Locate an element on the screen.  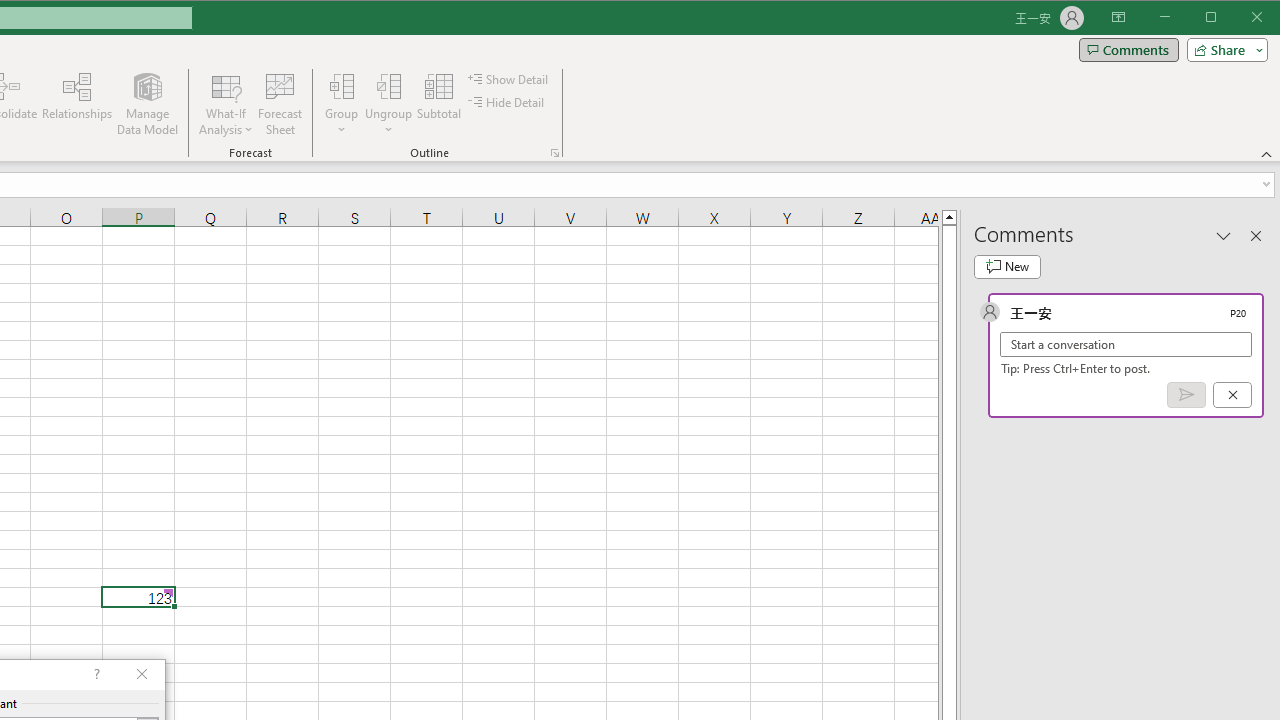
'Manage Data Model' is located at coordinates (146, 104).